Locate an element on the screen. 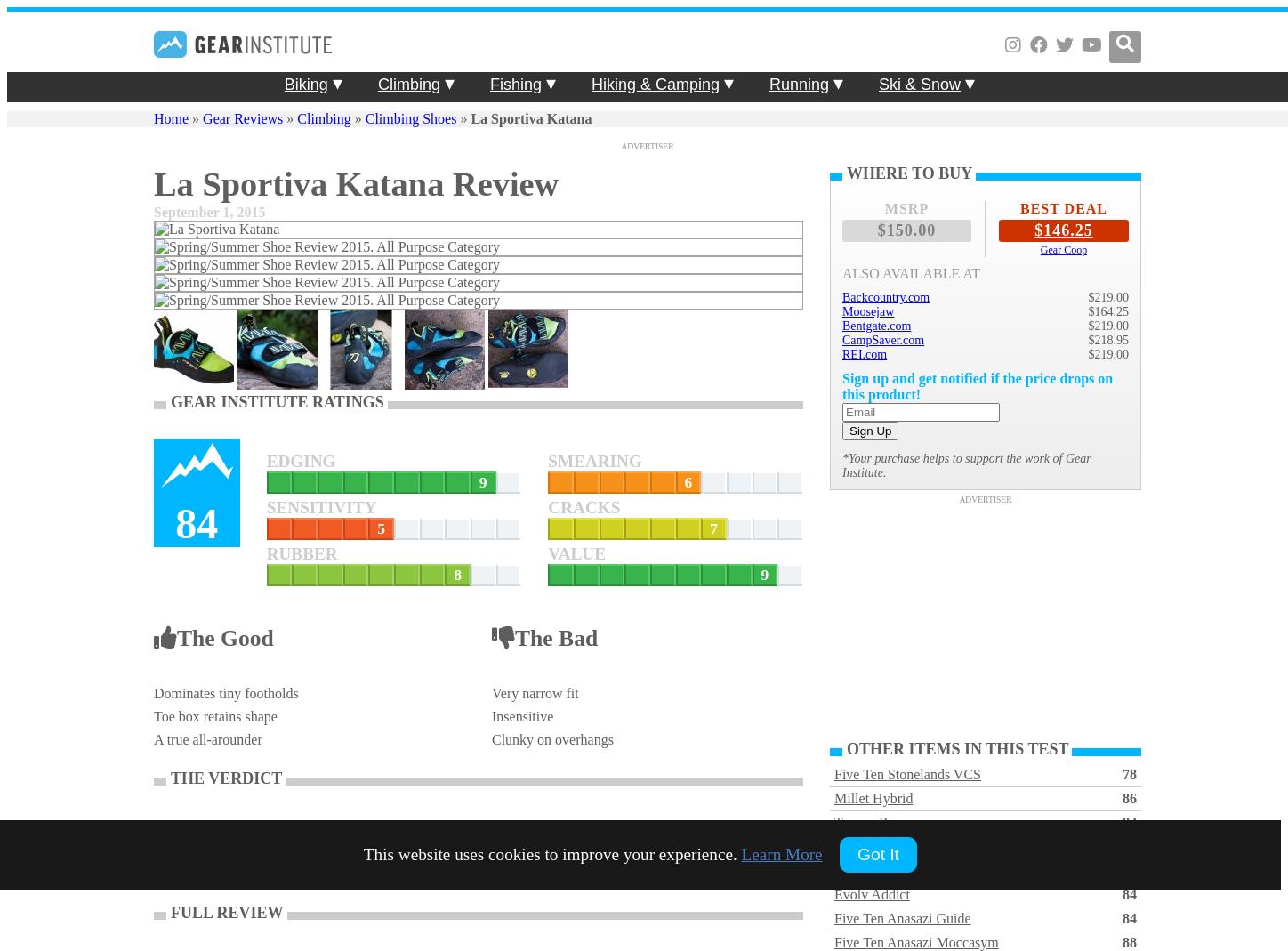 The width and height of the screenshot is (1288, 951). 'La Sportiva TC Pro' is located at coordinates (834, 870).